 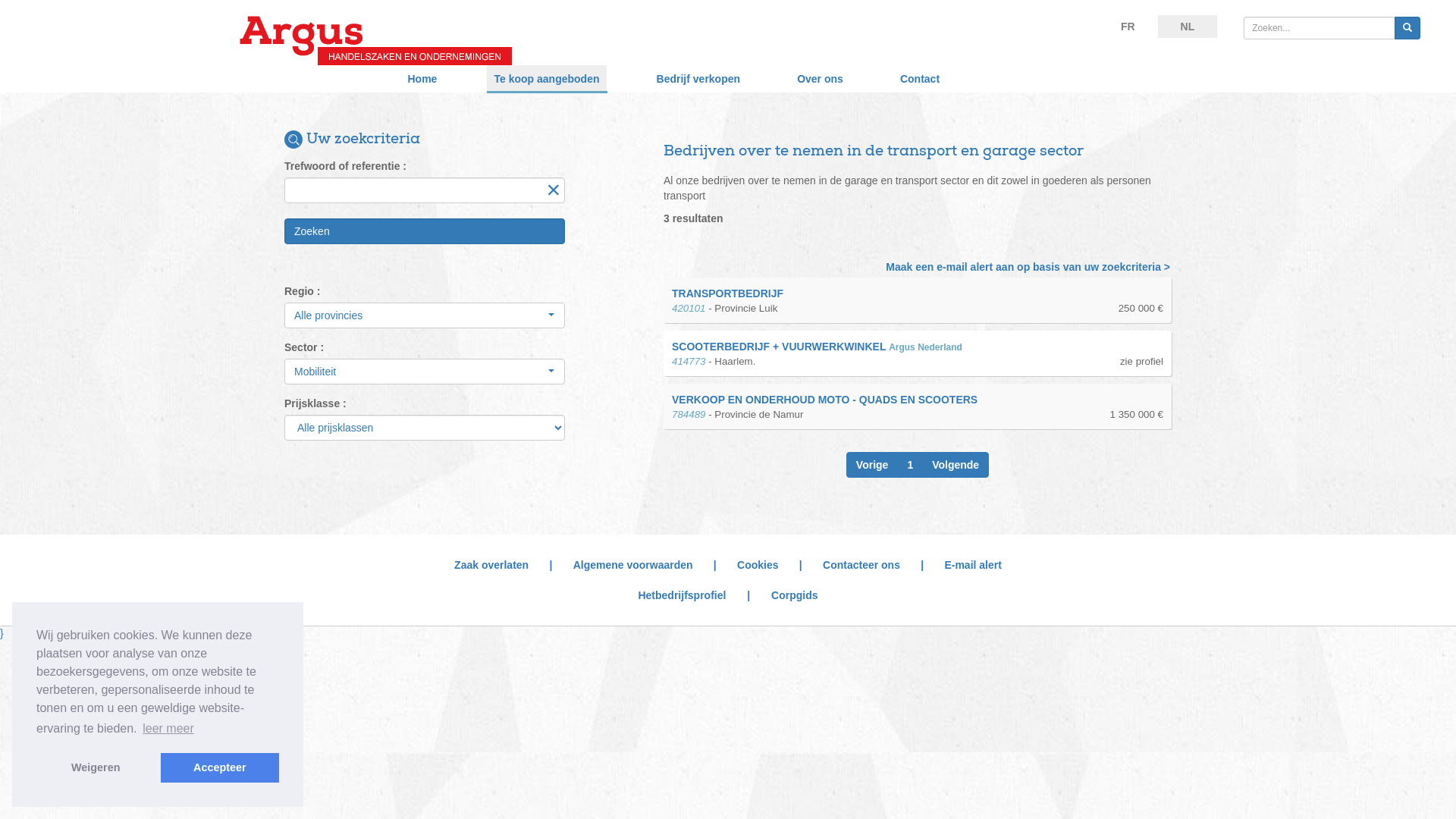 I want to click on 'Alle provincies', so click(x=284, y=315).